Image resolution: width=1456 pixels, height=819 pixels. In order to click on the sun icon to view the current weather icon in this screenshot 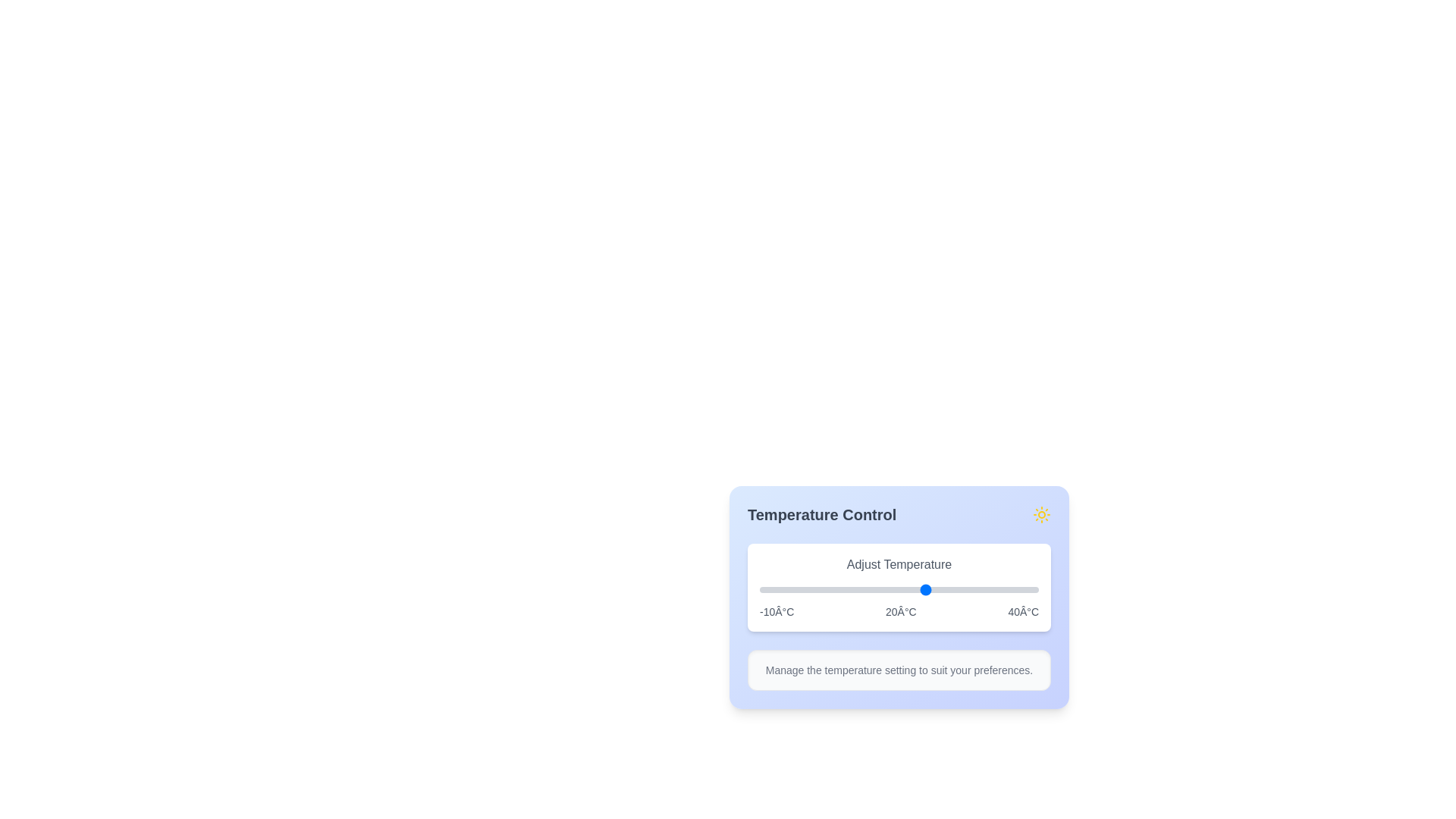, I will do `click(1040, 513)`.